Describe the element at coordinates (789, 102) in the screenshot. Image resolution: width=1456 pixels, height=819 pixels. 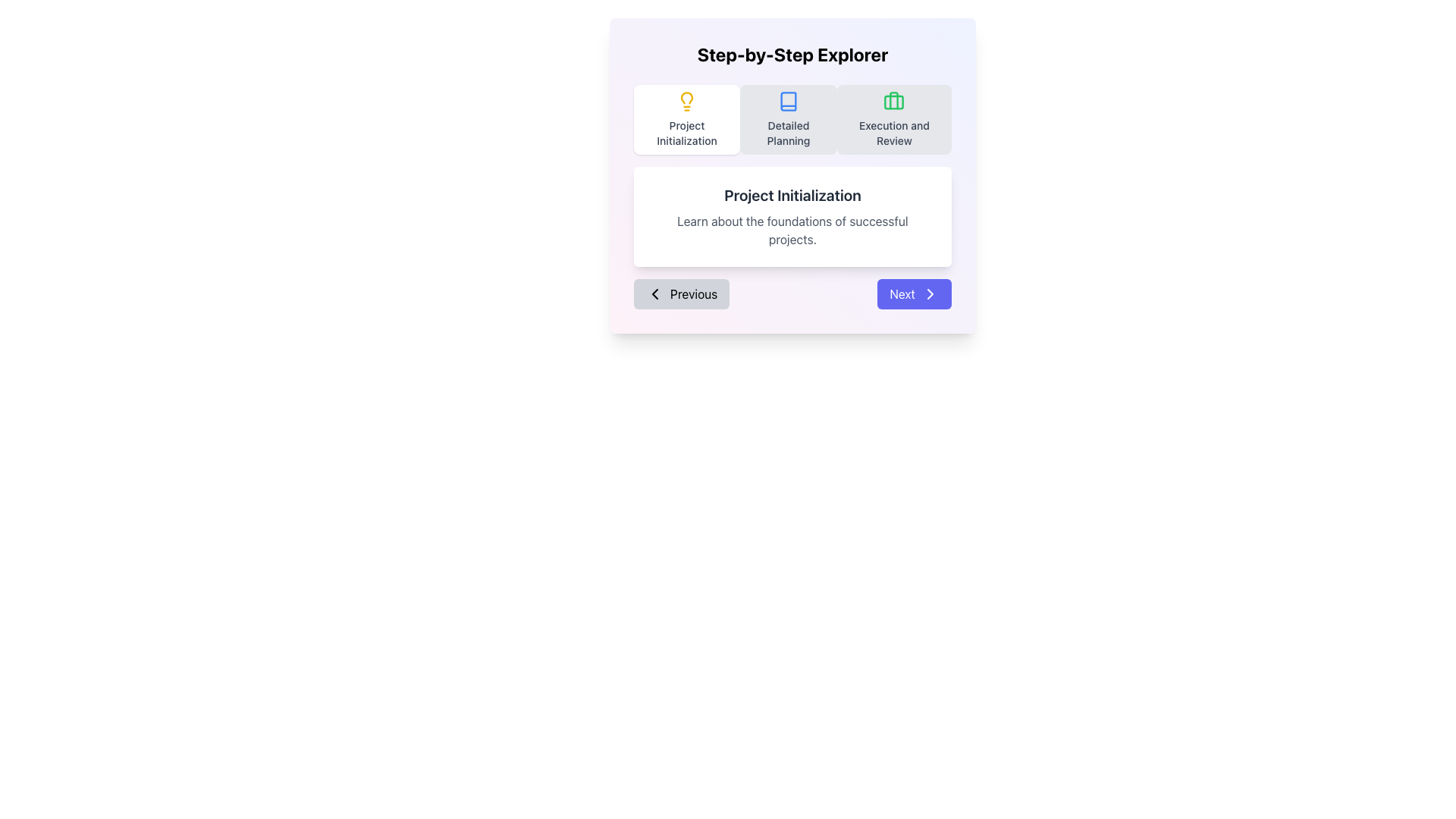
I see `the small blue outlined book icon located above the 'Detailed Planning' button's text label by clicking on it` at that location.